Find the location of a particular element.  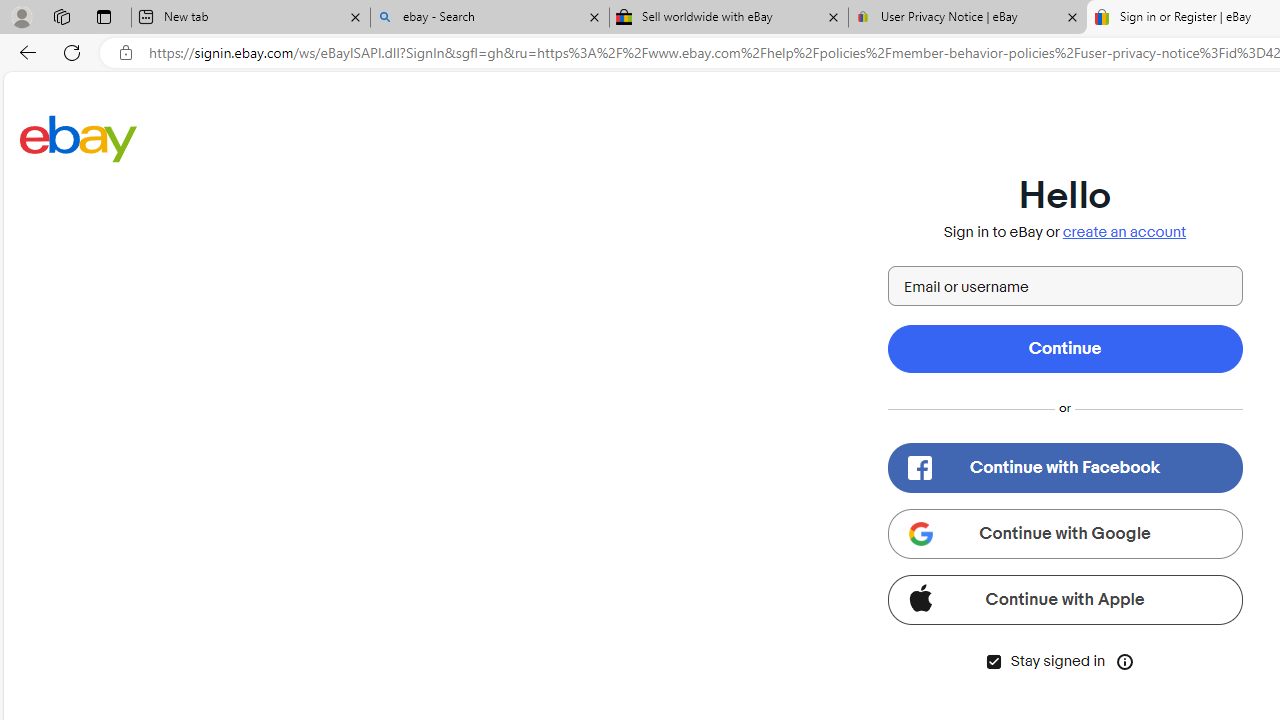

'eBay Home' is located at coordinates (78, 137).